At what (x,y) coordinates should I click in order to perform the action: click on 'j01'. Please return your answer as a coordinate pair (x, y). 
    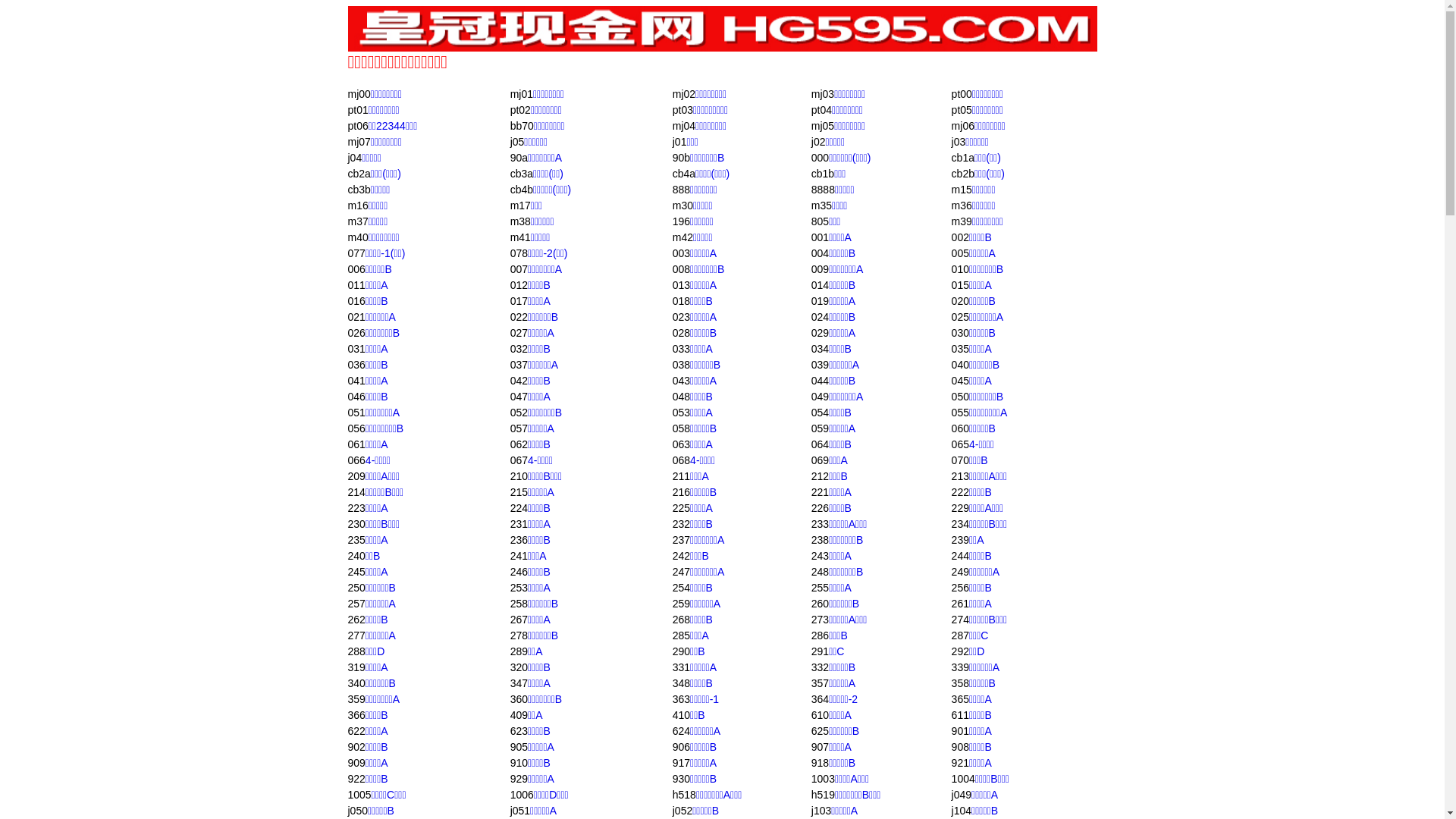
    Looking at the image, I should click on (679, 141).